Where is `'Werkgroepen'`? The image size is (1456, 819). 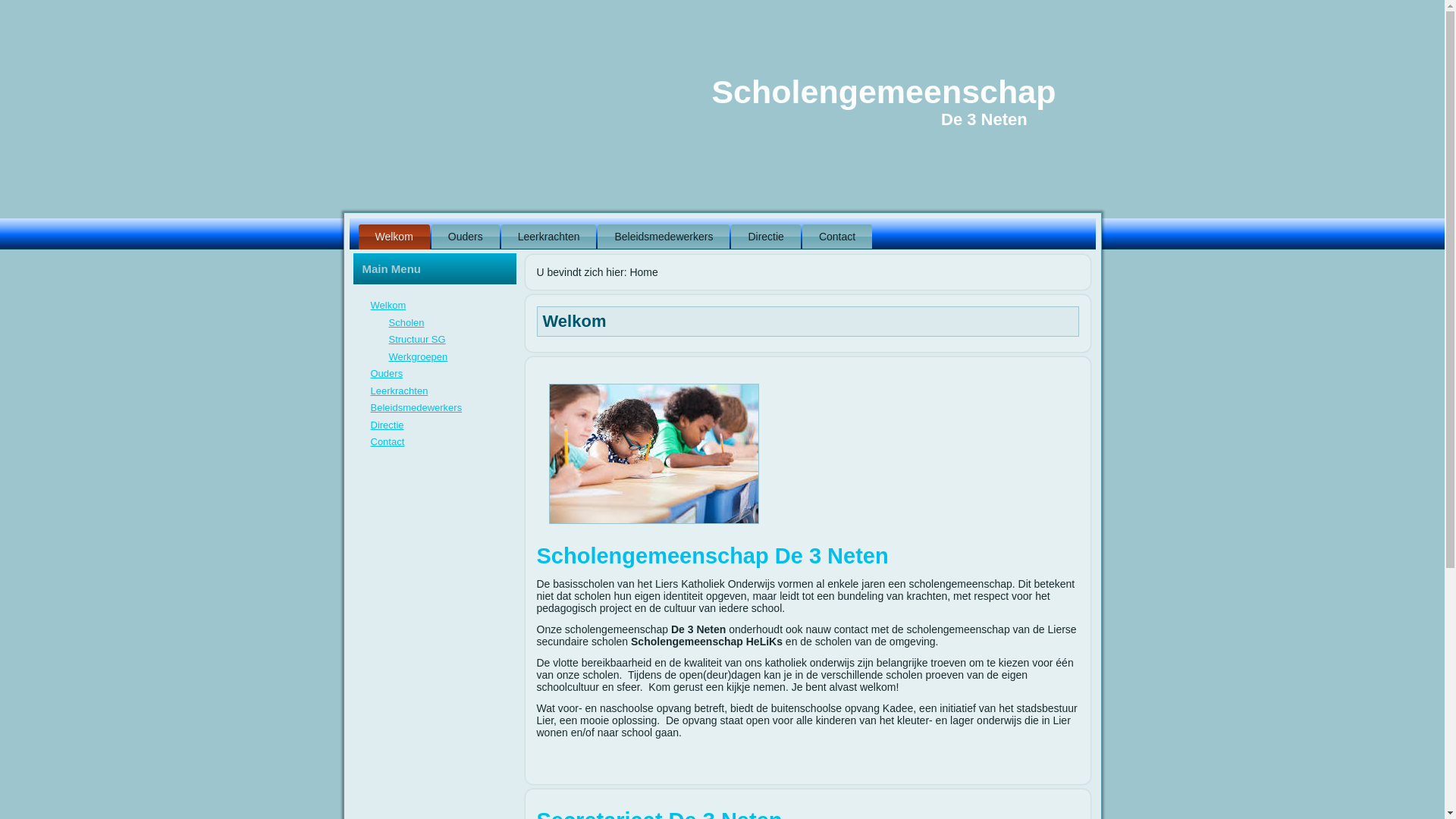
'Werkgroepen' is located at coordinates (418, 356).